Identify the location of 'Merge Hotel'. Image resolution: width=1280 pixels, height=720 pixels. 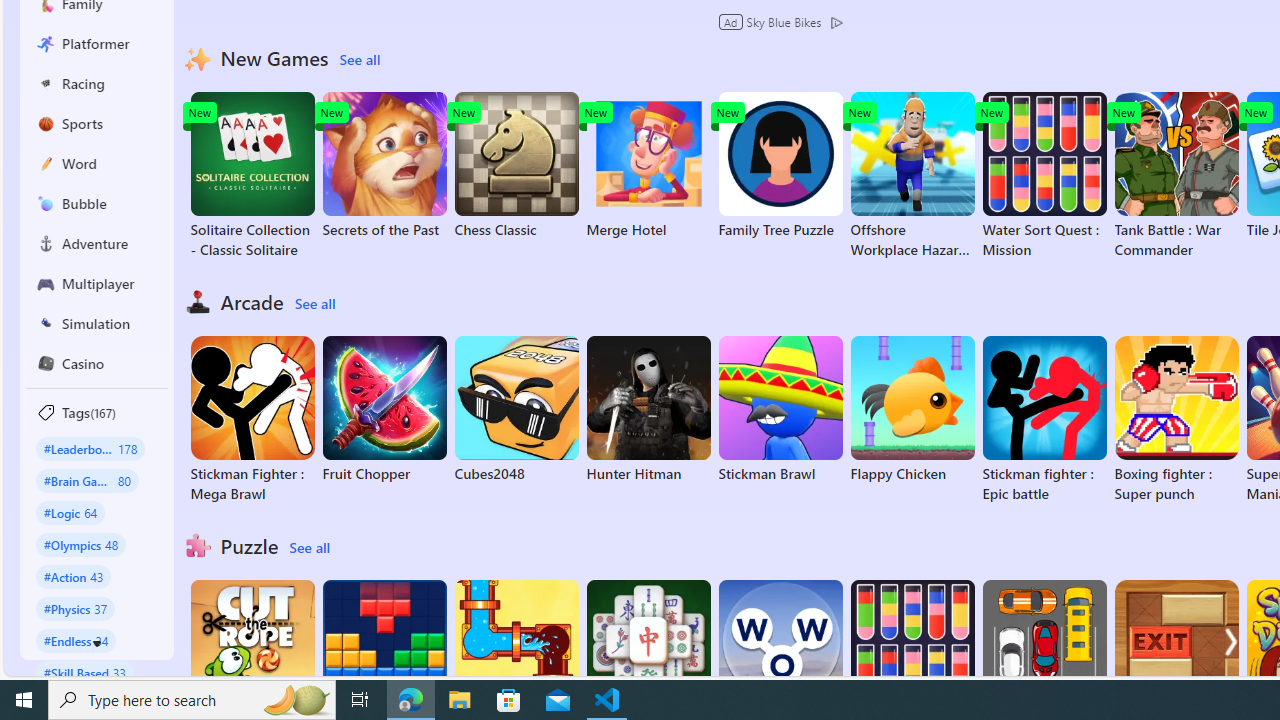
(648, 164).